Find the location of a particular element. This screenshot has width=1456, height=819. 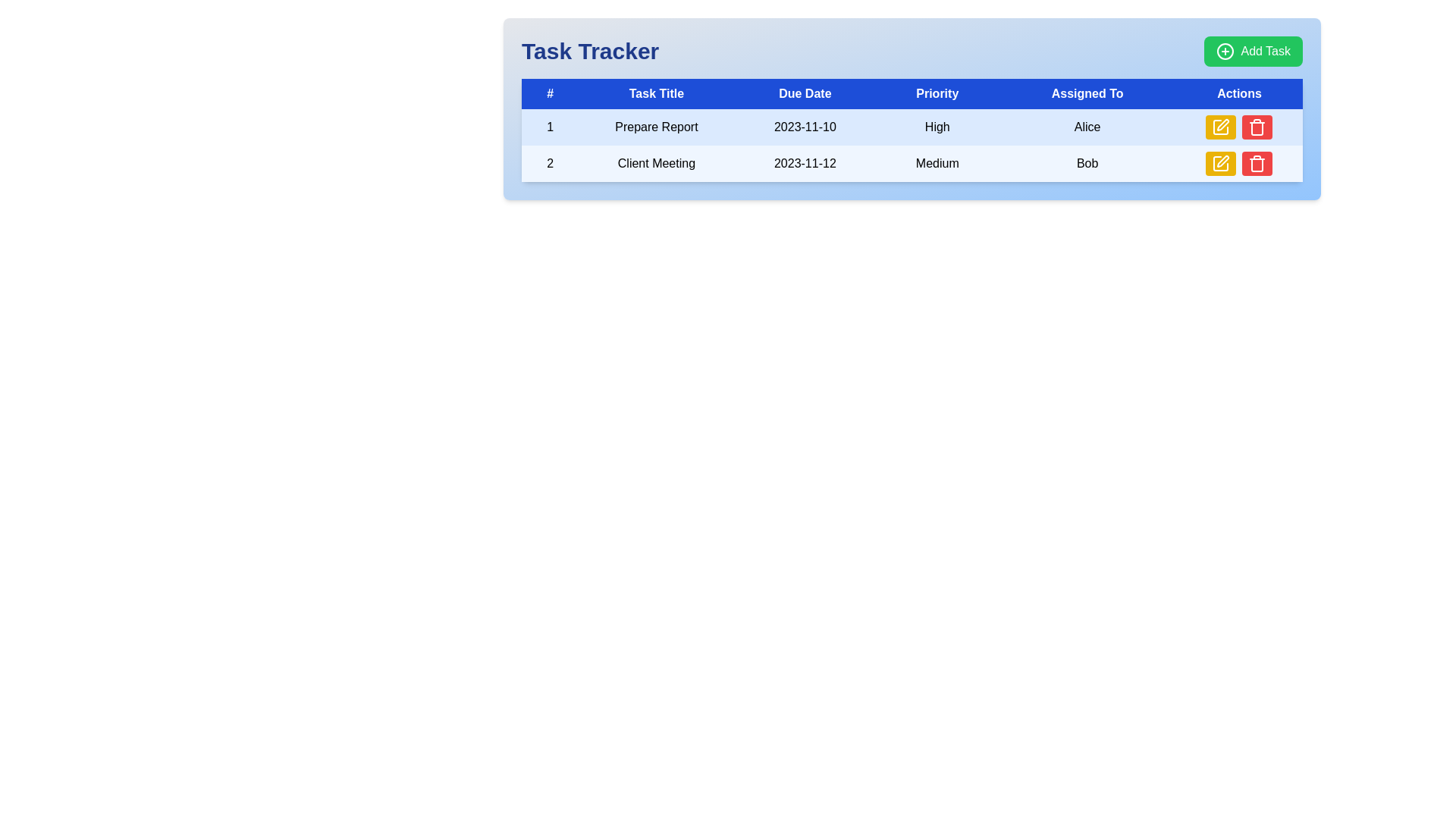

the 'Priority' column header in the table, which is the fourth header following '#', 'Task Title', and 'Due Date', and preceding 'Assigned To' and 'Actions' is located at coordinates (937, 93).